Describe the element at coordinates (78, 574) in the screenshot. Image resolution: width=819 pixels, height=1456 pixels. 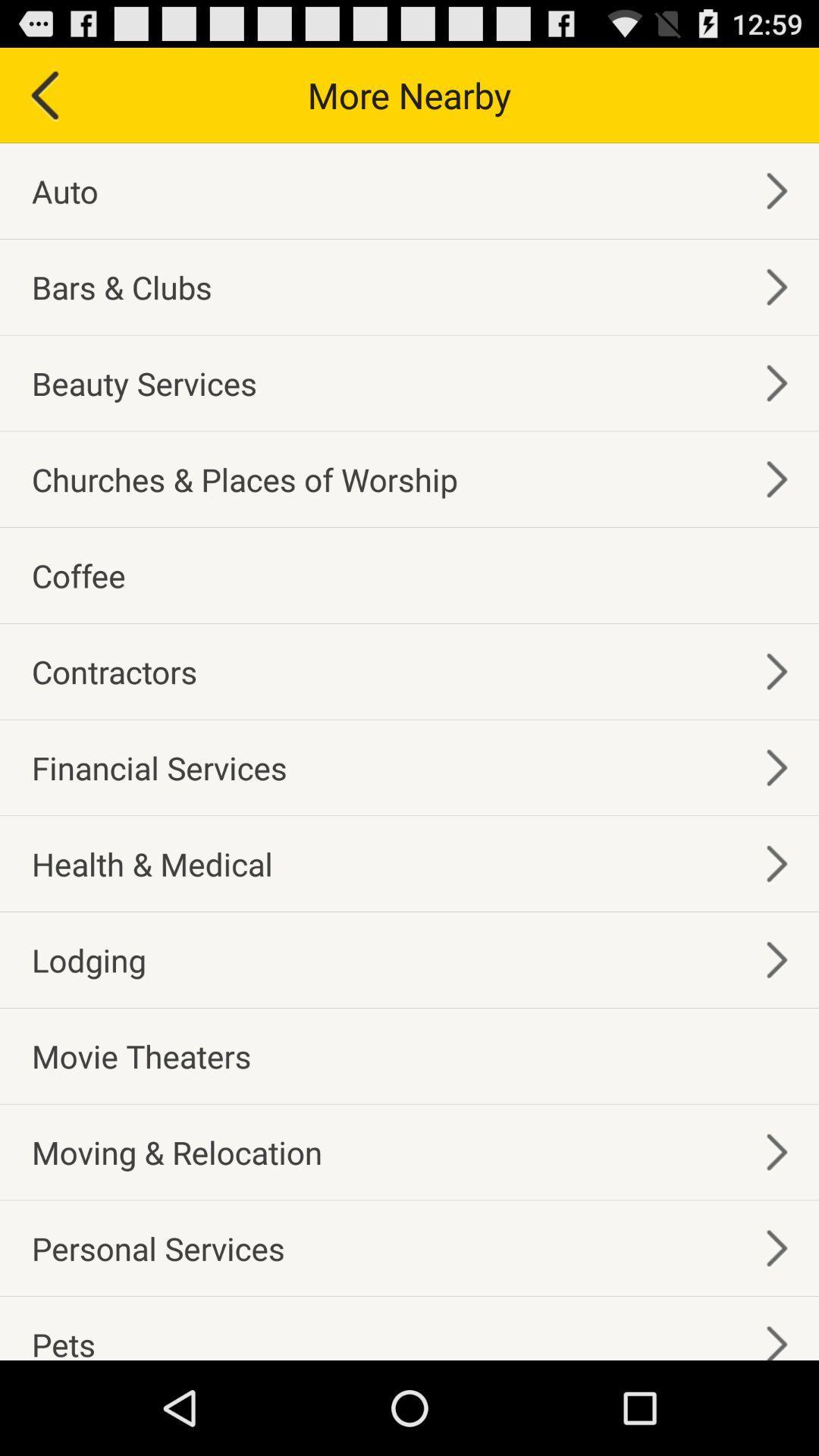
I see `the coffee` at that location.